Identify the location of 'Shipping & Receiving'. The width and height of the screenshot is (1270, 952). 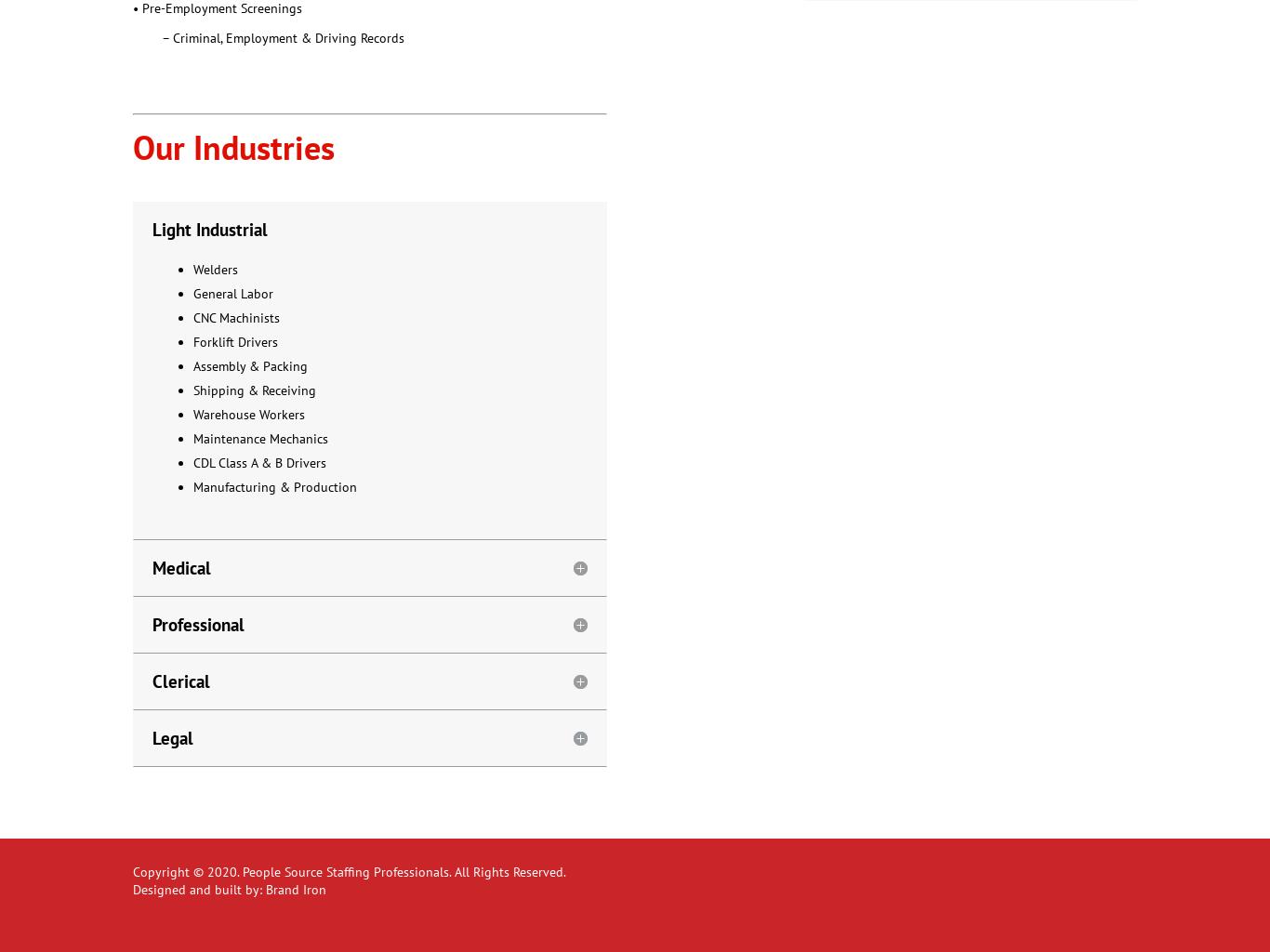
(255, 389).